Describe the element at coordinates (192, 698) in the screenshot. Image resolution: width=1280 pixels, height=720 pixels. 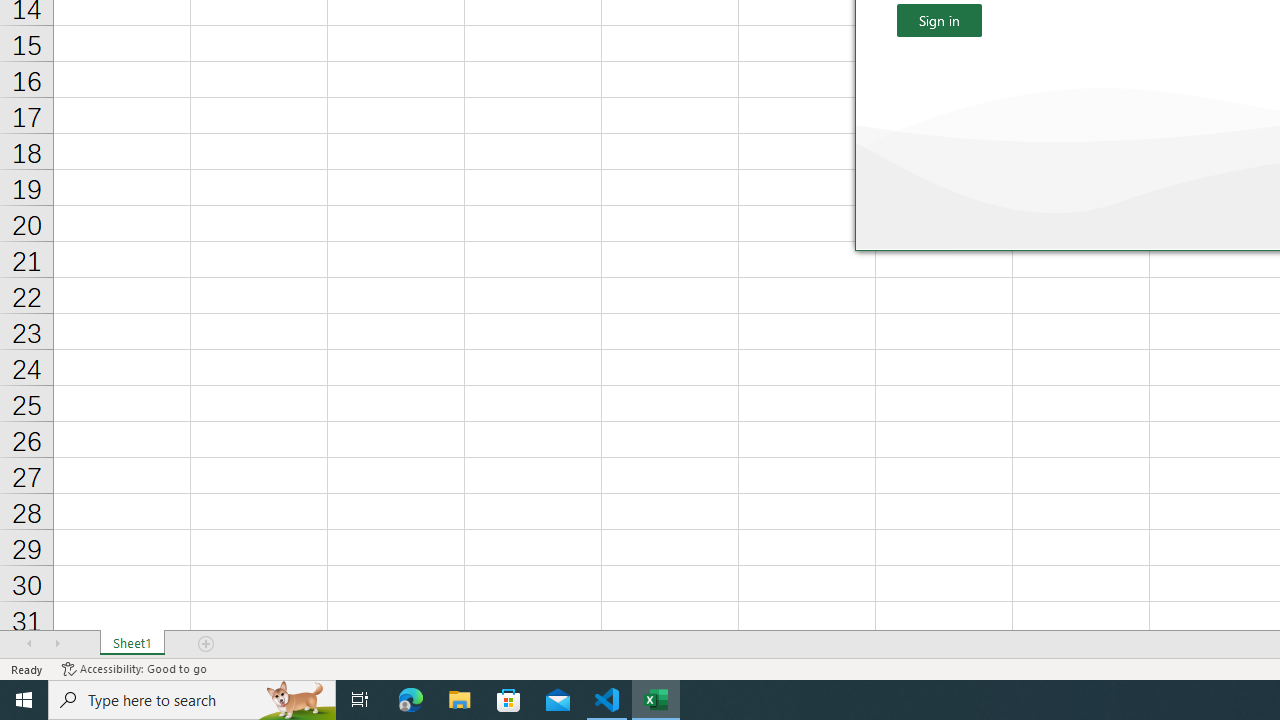
I see `'Type here to search'` at that location.